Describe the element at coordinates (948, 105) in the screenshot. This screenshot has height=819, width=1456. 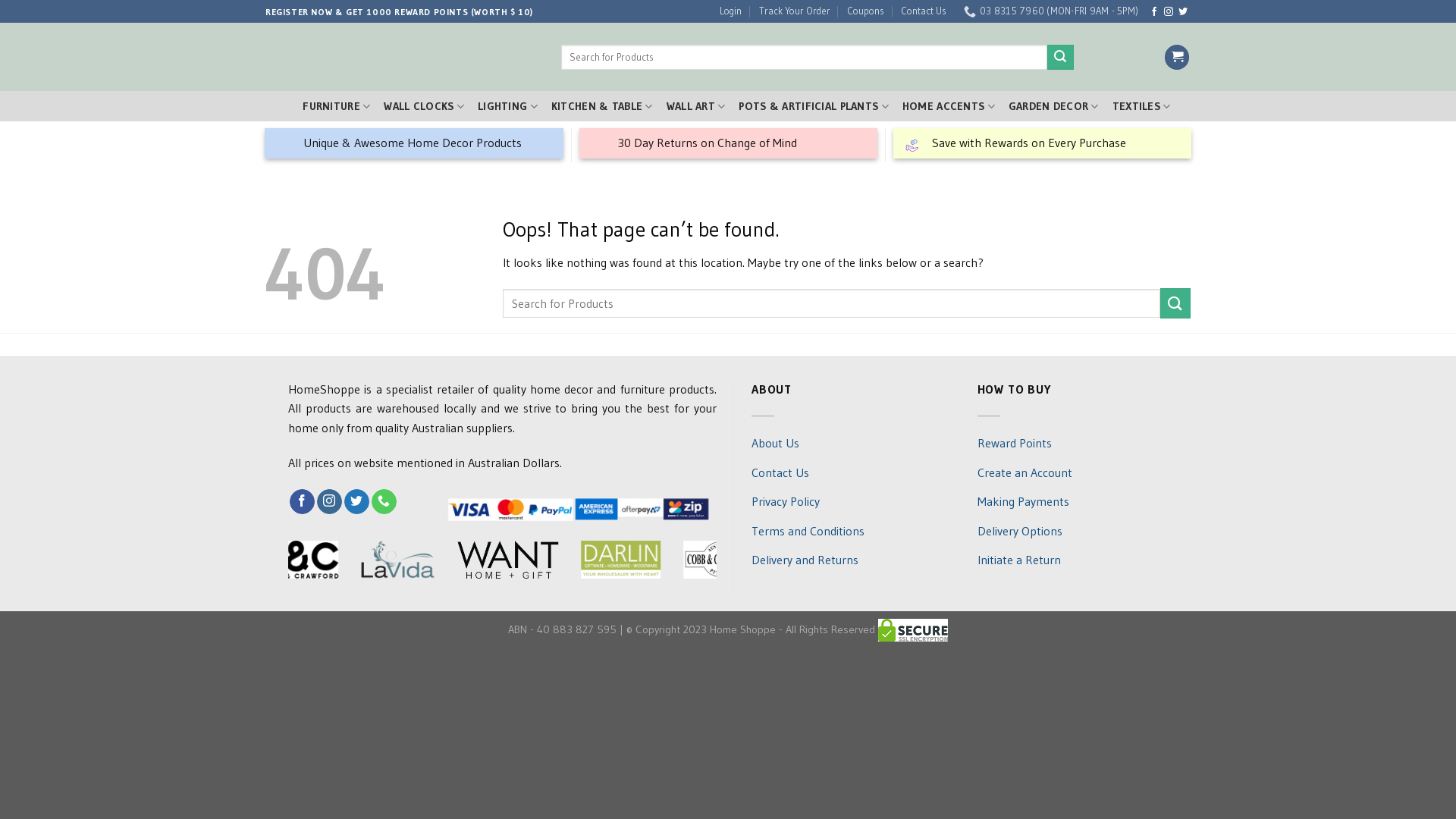
I see `'HOME ACCENTS'` at that location.